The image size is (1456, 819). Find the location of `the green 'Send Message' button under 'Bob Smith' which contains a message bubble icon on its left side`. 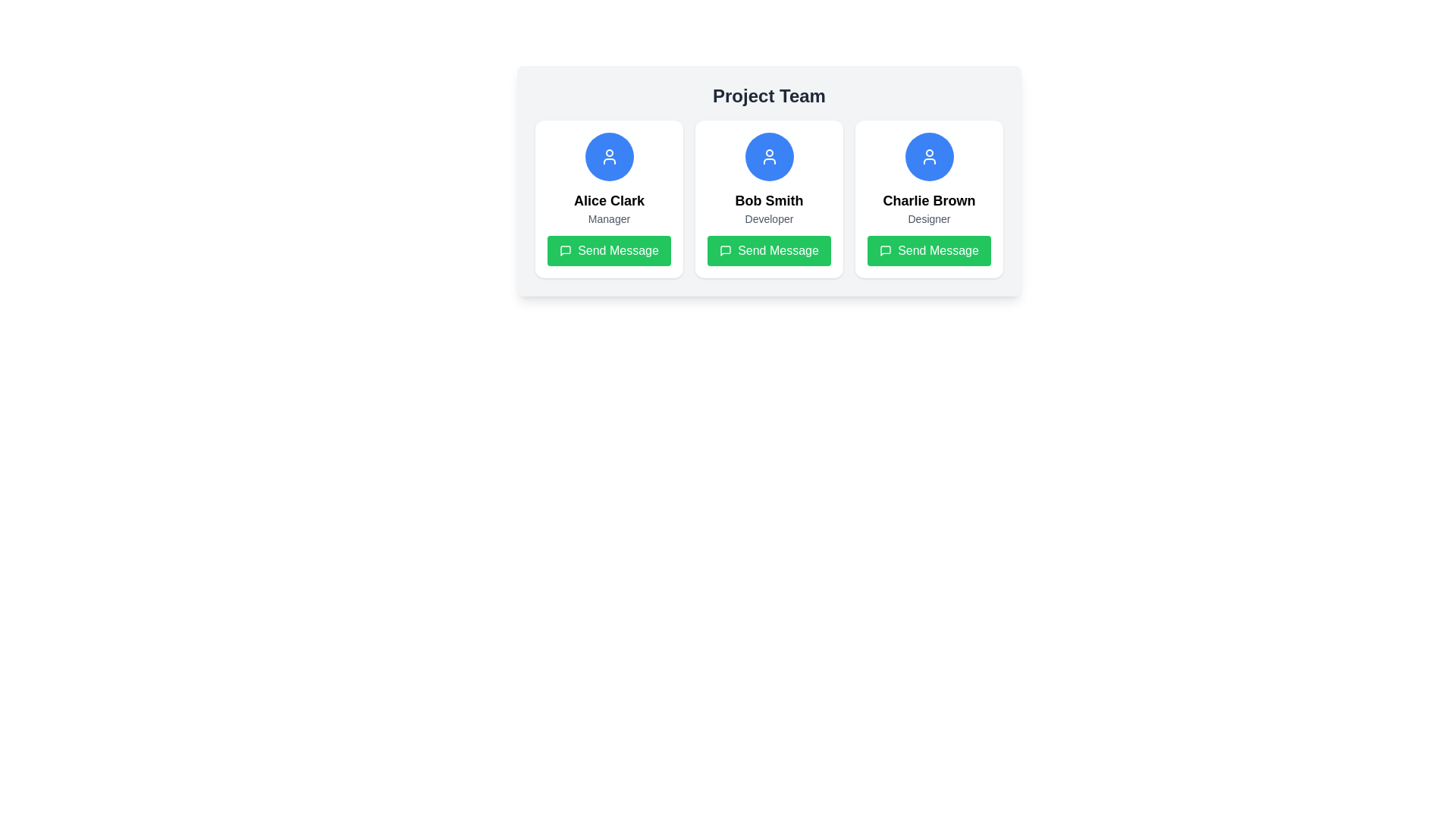

the green 'Send Message' button under 'Bob Smith' which contains a message bubble icon on its left side is located at coordinates (725, 250).